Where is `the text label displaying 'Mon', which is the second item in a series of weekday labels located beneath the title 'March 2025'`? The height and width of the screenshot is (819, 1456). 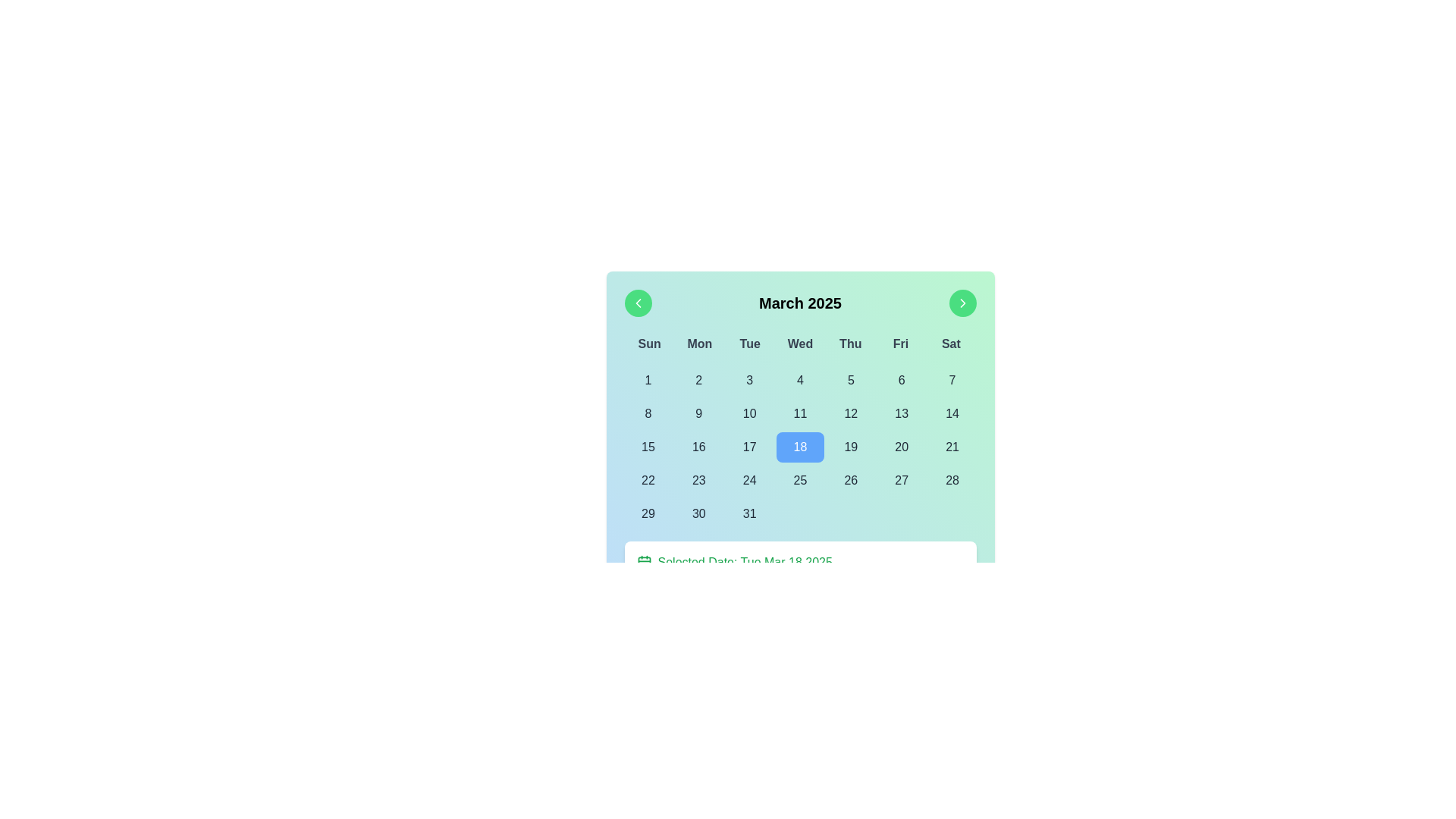 the text label displaying 'Mon', which is the second item in a series of weekday labels located beneath the title 'March 2025' is located at coordinates (698, 344).